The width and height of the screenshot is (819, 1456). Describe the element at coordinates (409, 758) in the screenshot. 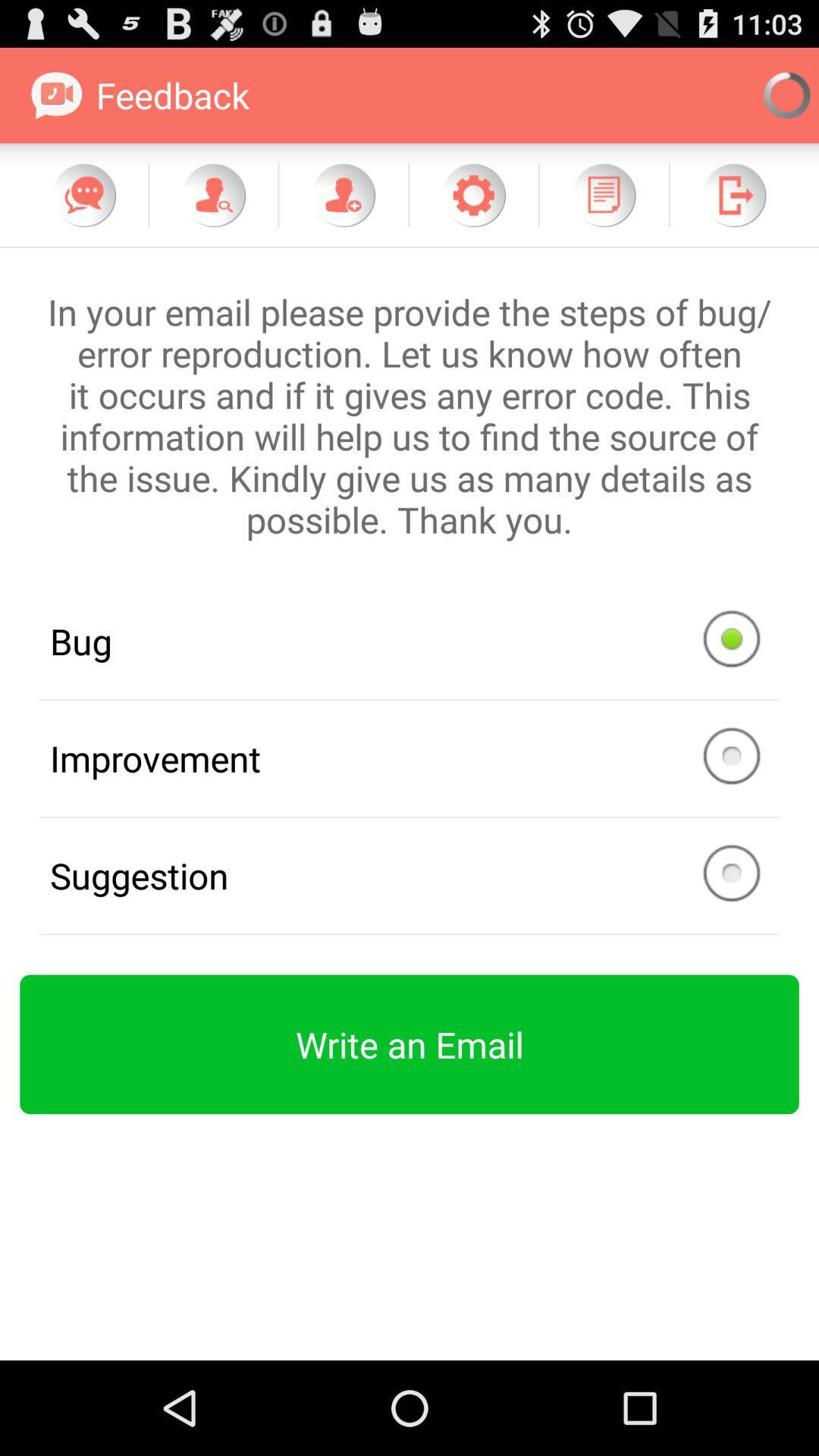

I see `radio button above the suggestion` at that location.